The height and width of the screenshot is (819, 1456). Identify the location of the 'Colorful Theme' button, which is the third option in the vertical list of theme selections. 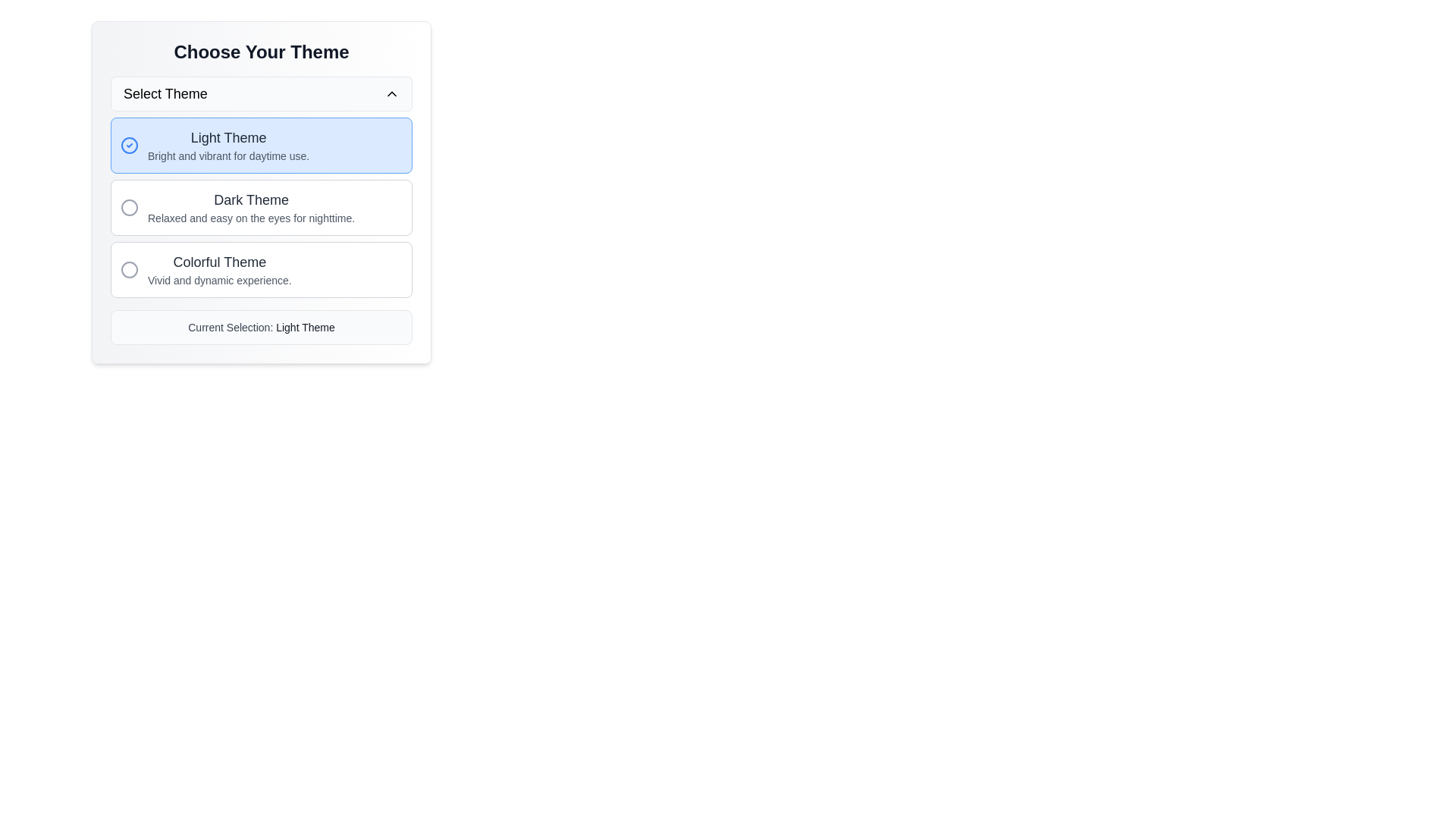
(218, 268).